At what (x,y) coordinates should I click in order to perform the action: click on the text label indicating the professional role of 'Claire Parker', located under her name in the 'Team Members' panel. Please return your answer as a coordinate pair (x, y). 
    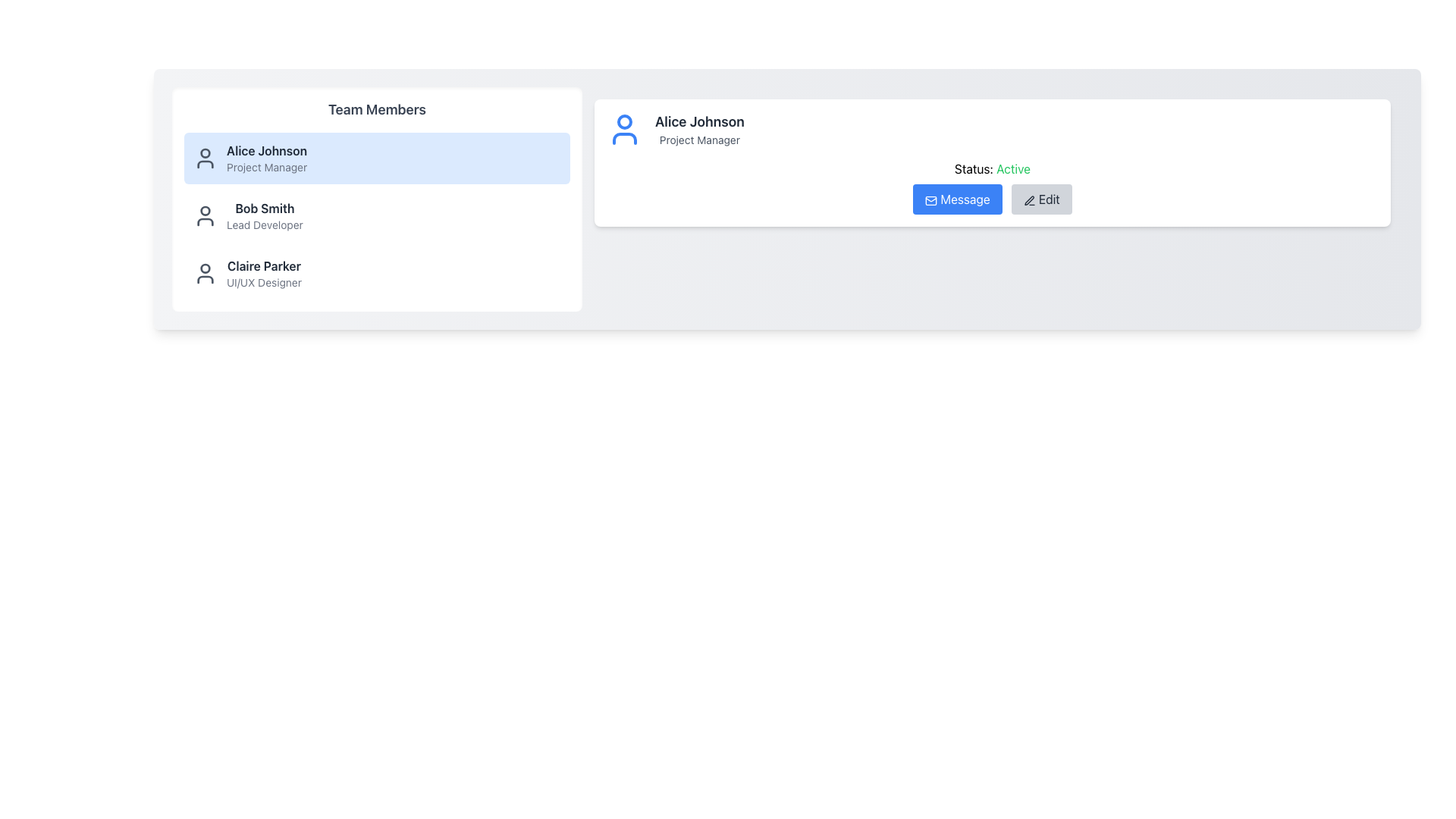
    Looking at the image, I should click on (264, 283).